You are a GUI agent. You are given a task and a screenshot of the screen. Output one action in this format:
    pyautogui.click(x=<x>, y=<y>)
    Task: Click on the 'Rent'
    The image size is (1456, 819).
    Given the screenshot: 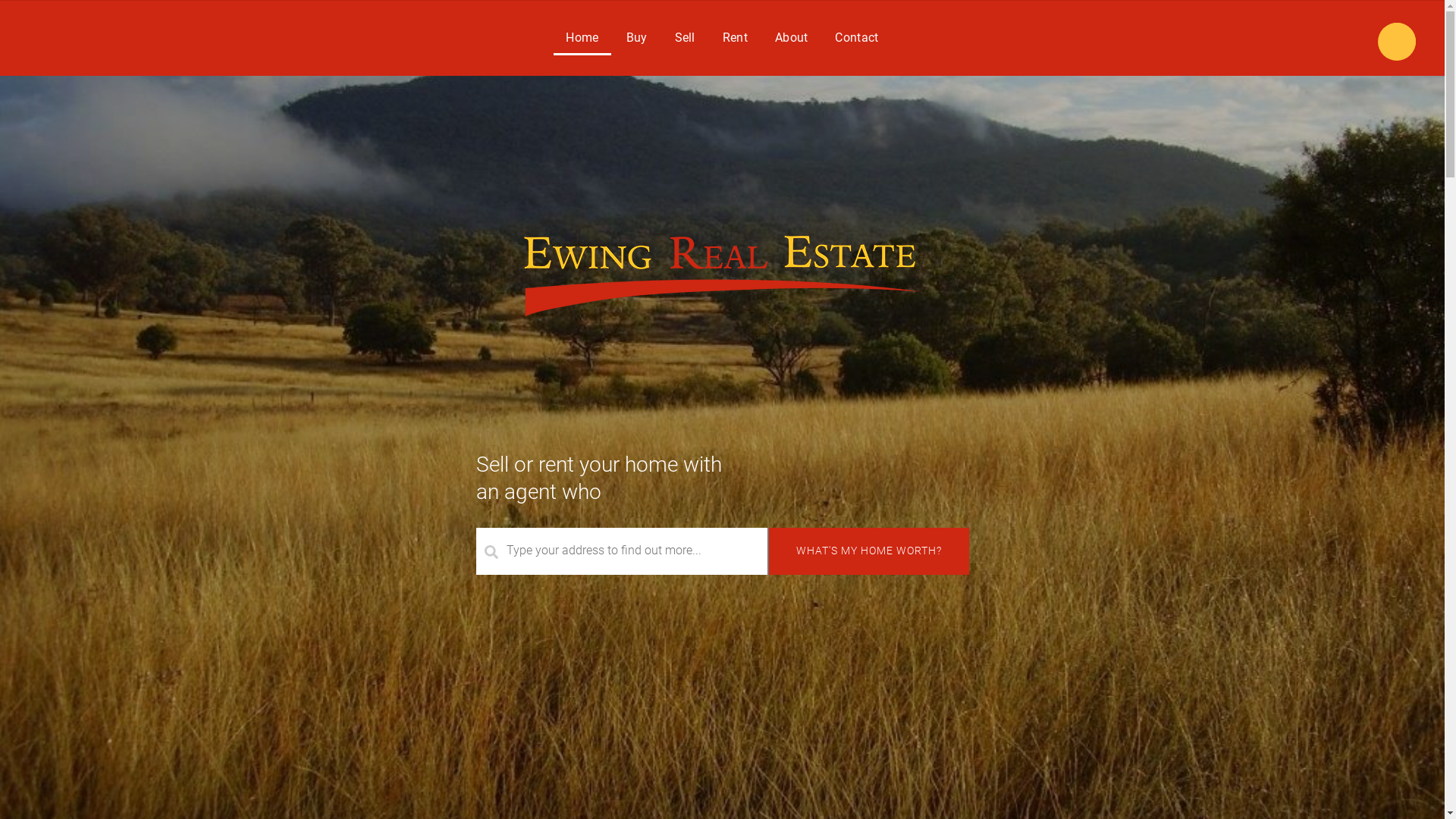 What is the action you would take?
    pyautogui.click(x=735, y=37)
    